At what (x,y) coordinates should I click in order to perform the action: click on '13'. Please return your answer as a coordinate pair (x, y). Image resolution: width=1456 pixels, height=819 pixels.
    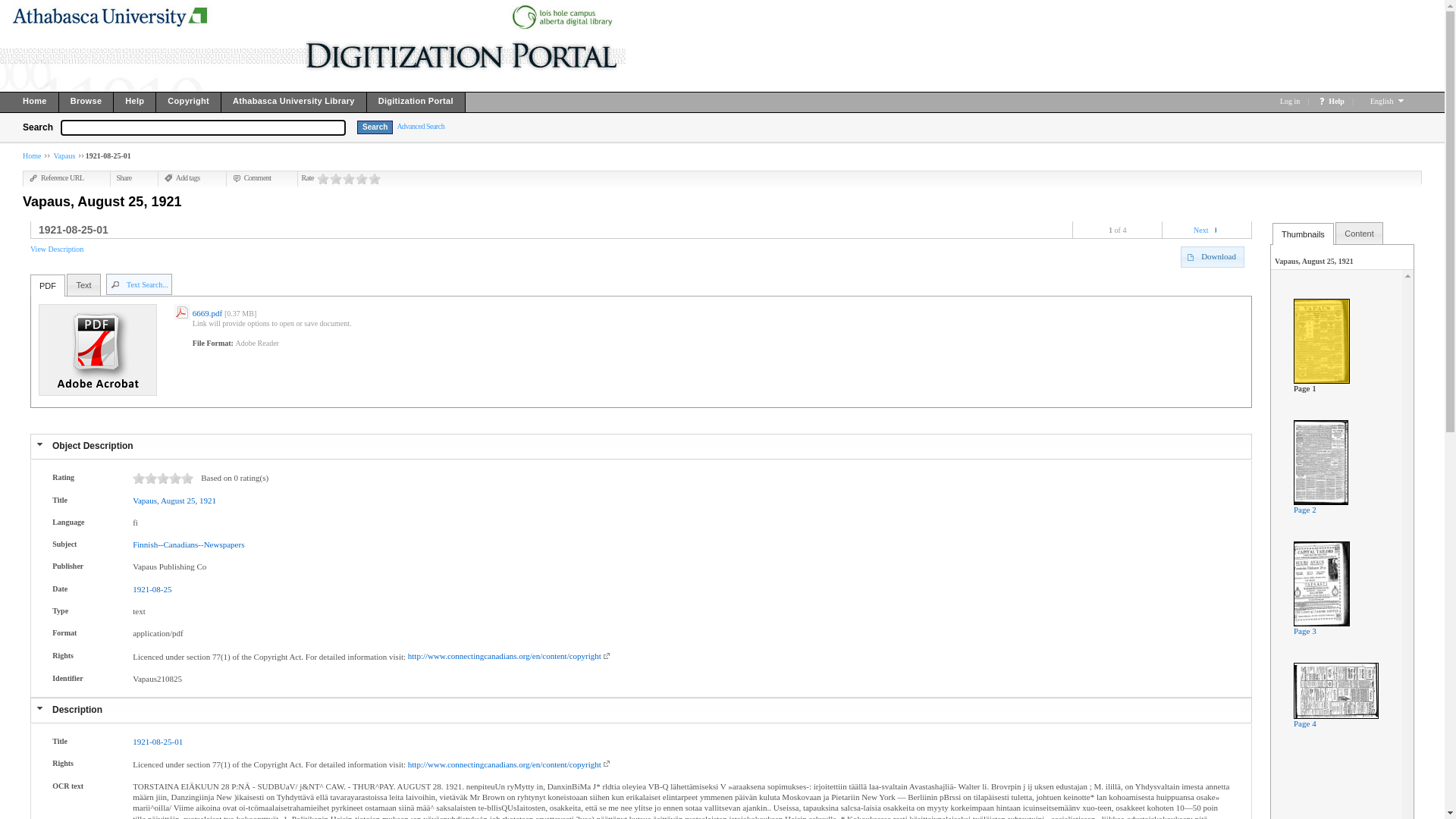
    Looking at the image, I should click on (168, 478).